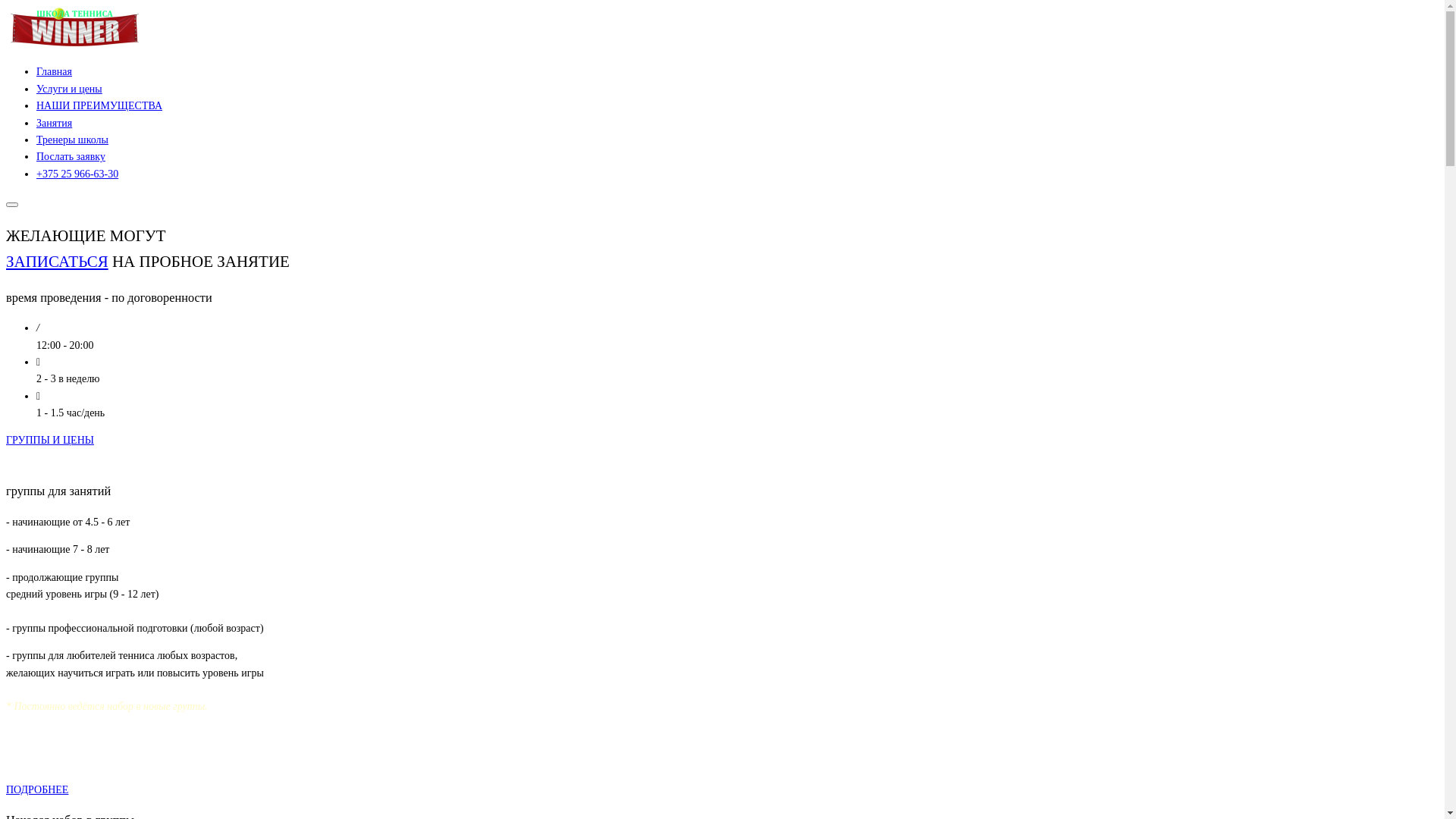 The image size is (1456, 819). I want to click on '+375 25 966-63-30', so click(76, 173).